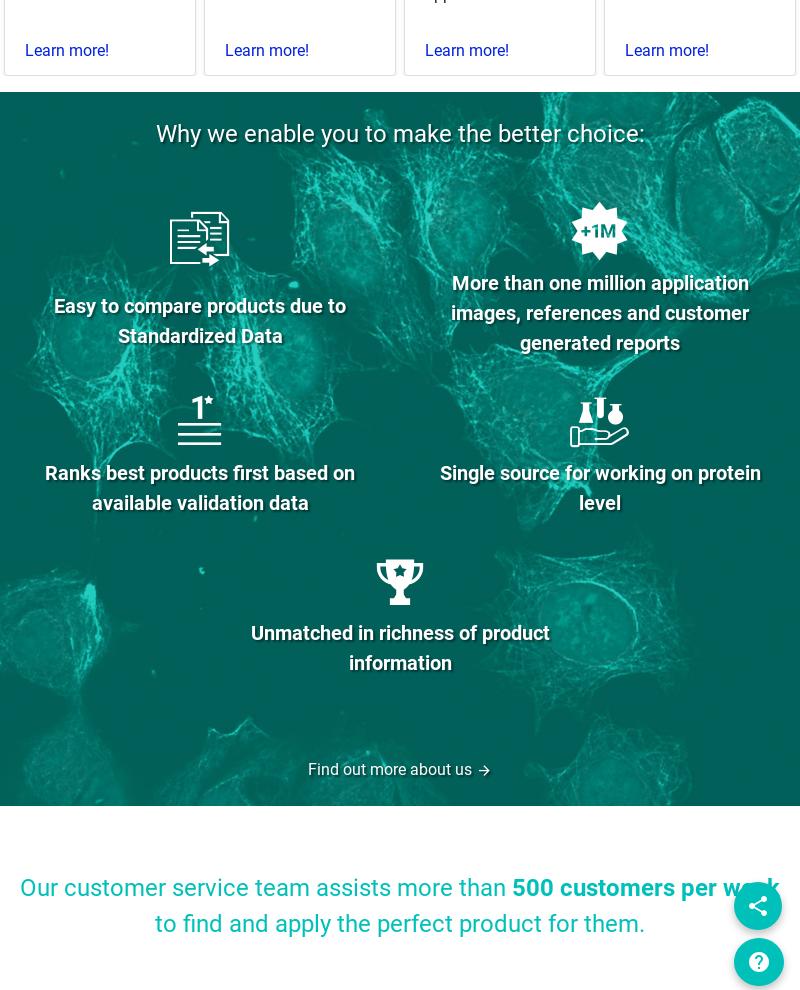  Describe the element at coordinates (200, 487) in the screenshot. I see `'Ranks best products first based on available validation data'` at that location.